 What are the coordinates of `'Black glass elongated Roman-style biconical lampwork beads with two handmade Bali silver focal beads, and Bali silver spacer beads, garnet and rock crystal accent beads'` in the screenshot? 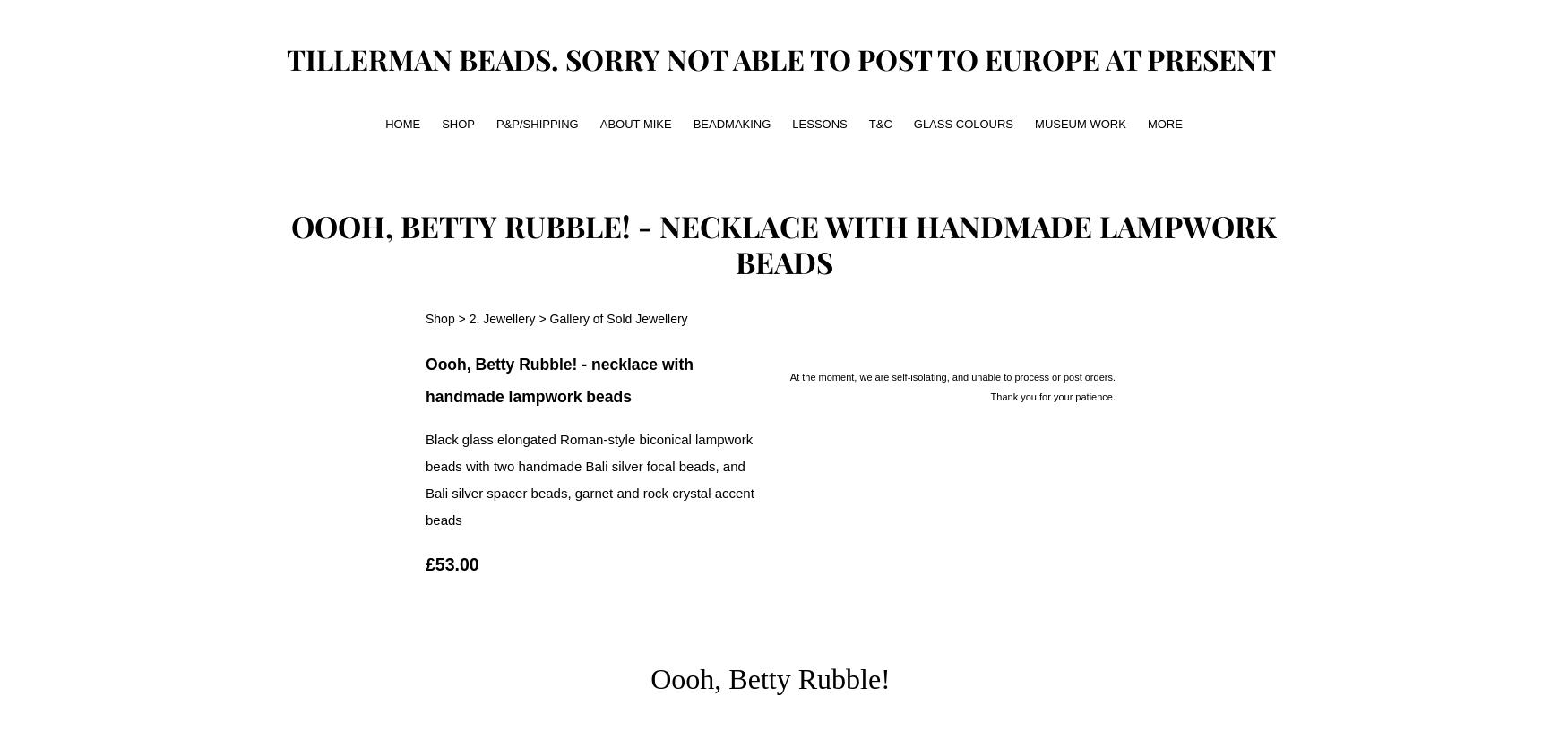 It's located at (589, 478).